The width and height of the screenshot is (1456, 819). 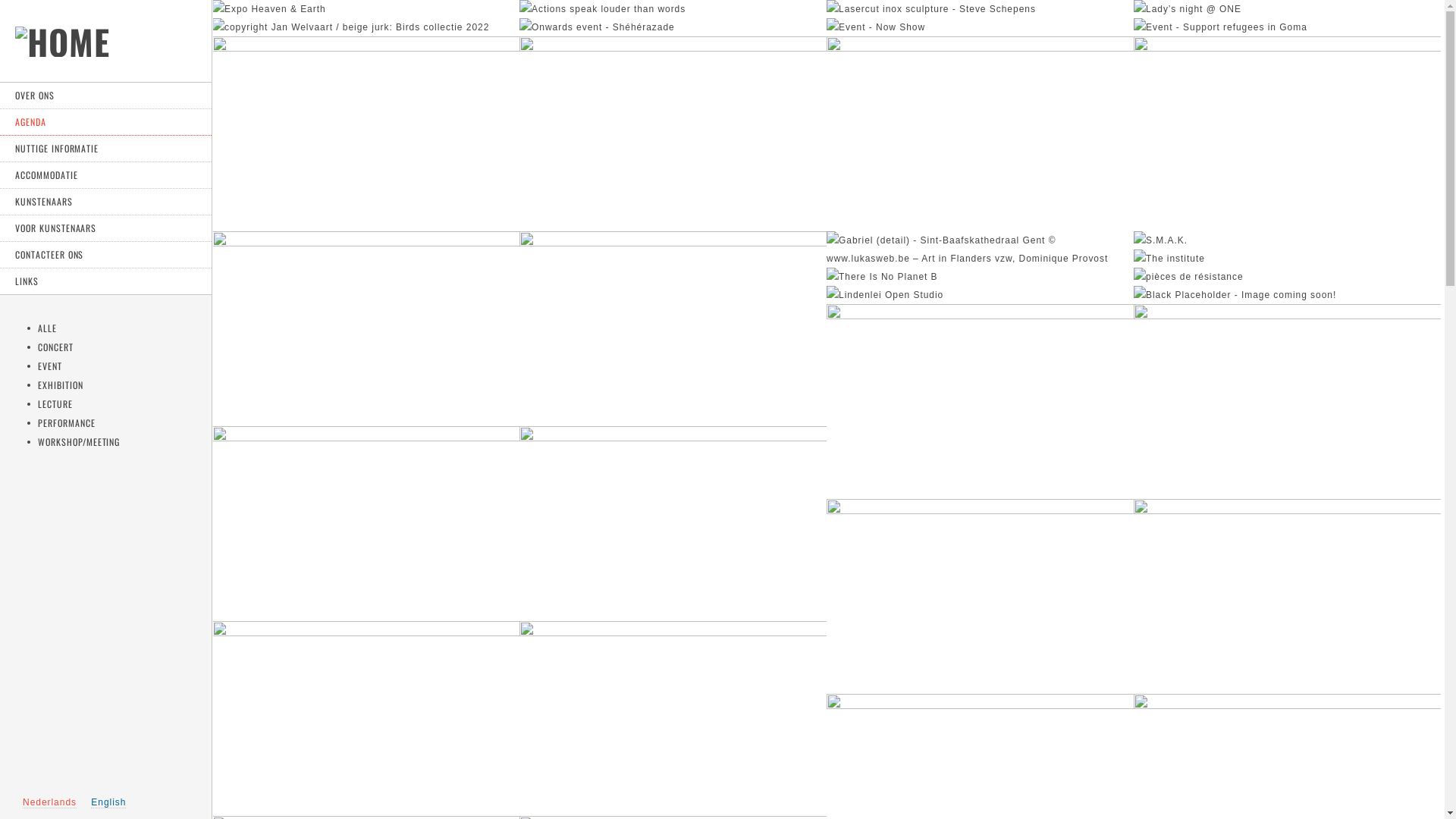 What do you see at coordinates (61, 384) in the screenshot?
I see `'EXHIBITION'` at bounding box center [61, 384].